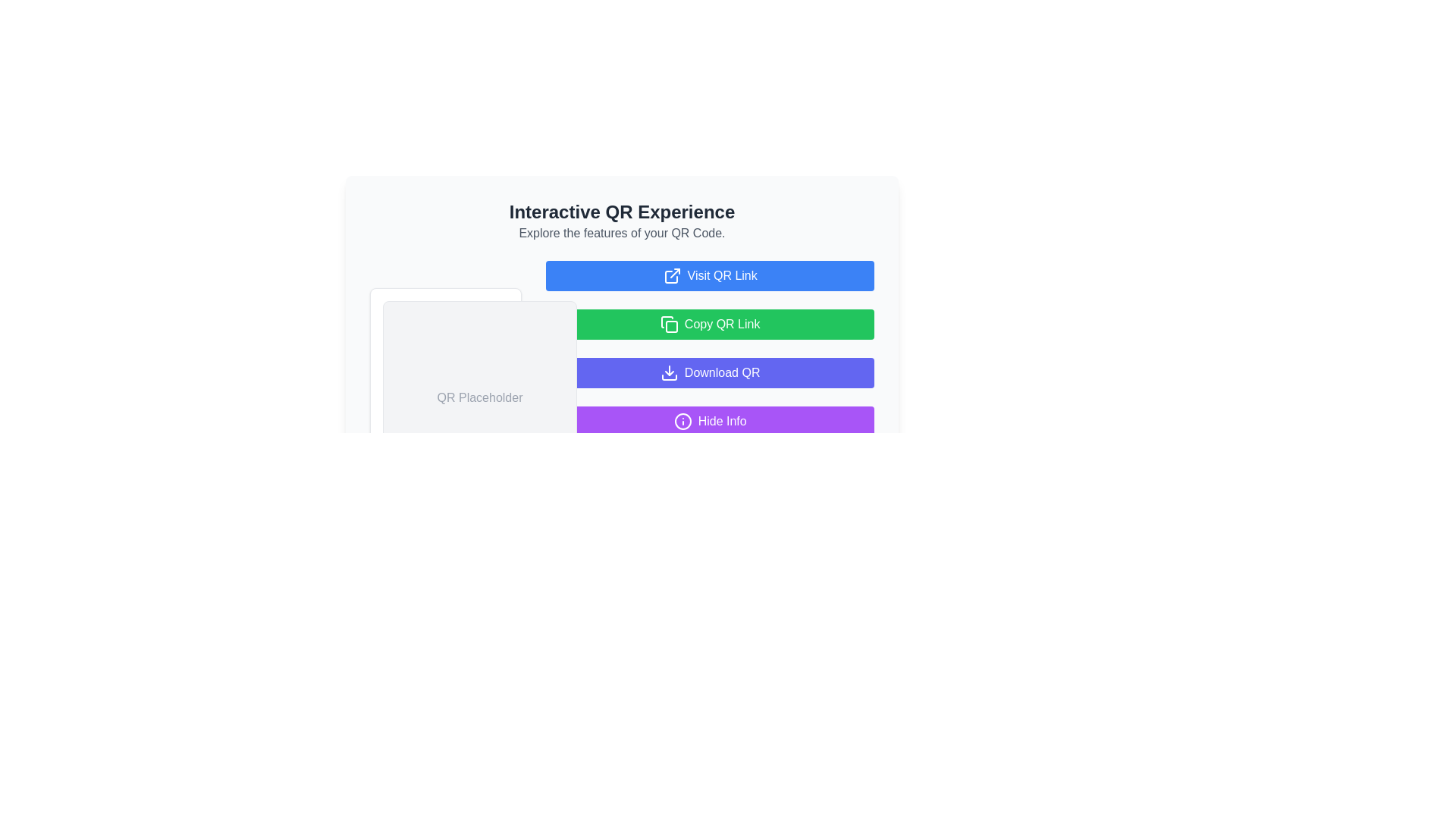  Describe the element at coordinates (709, 373) in the screenshot. I see `the 'Download QR' button` at that location.